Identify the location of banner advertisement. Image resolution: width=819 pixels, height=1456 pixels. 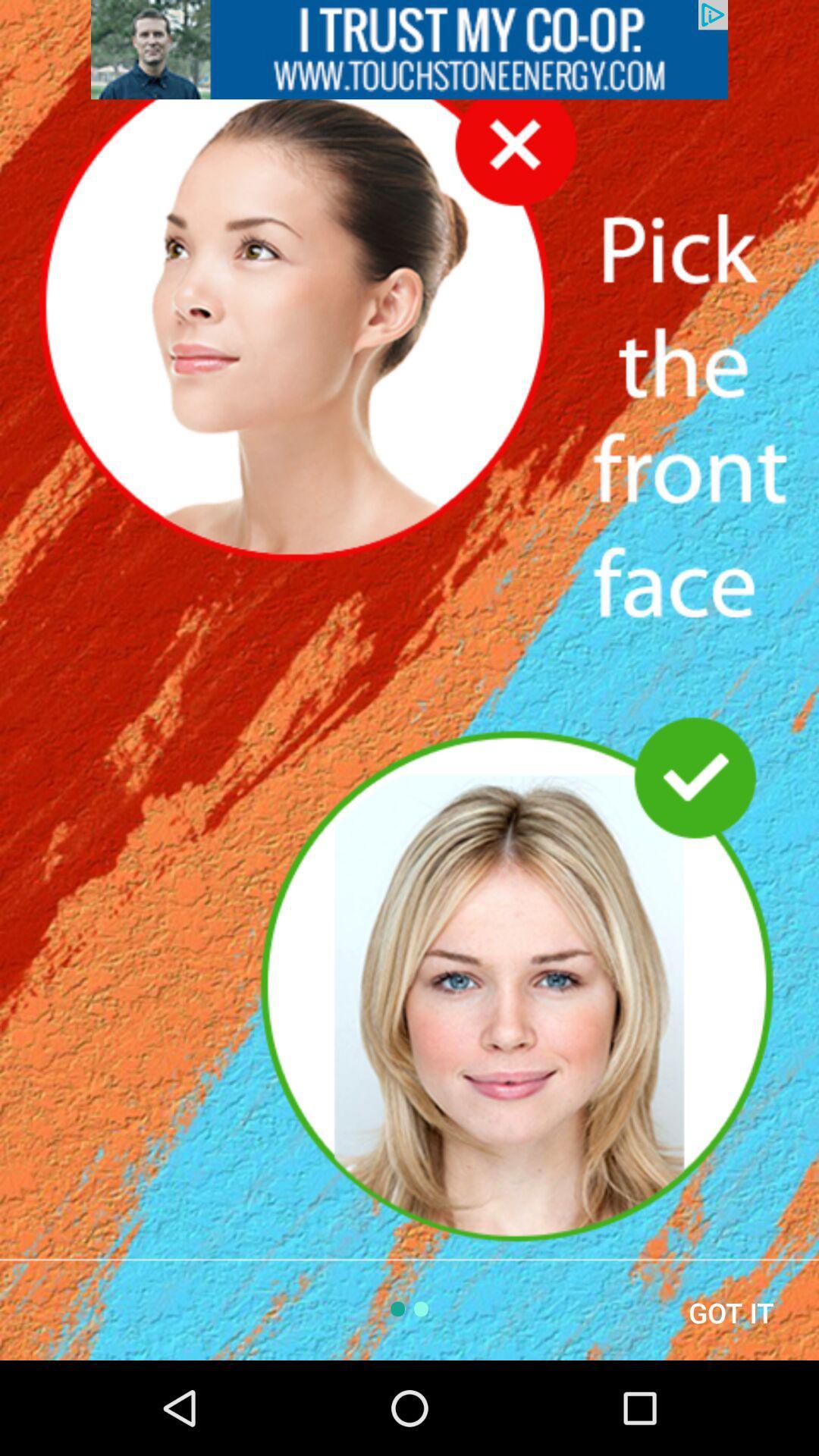
(409, 49).